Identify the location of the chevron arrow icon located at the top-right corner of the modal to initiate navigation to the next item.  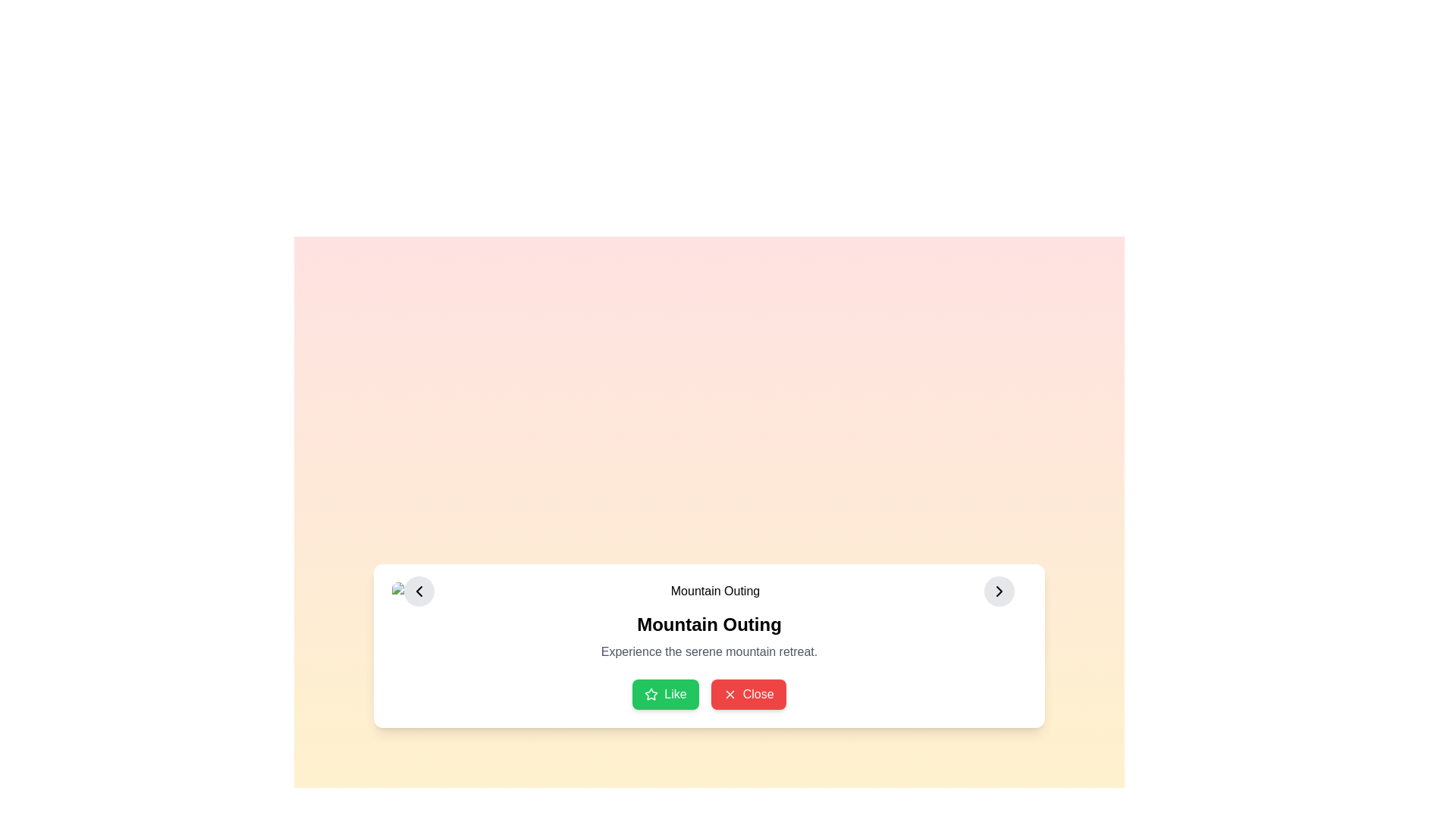
(999, 590).